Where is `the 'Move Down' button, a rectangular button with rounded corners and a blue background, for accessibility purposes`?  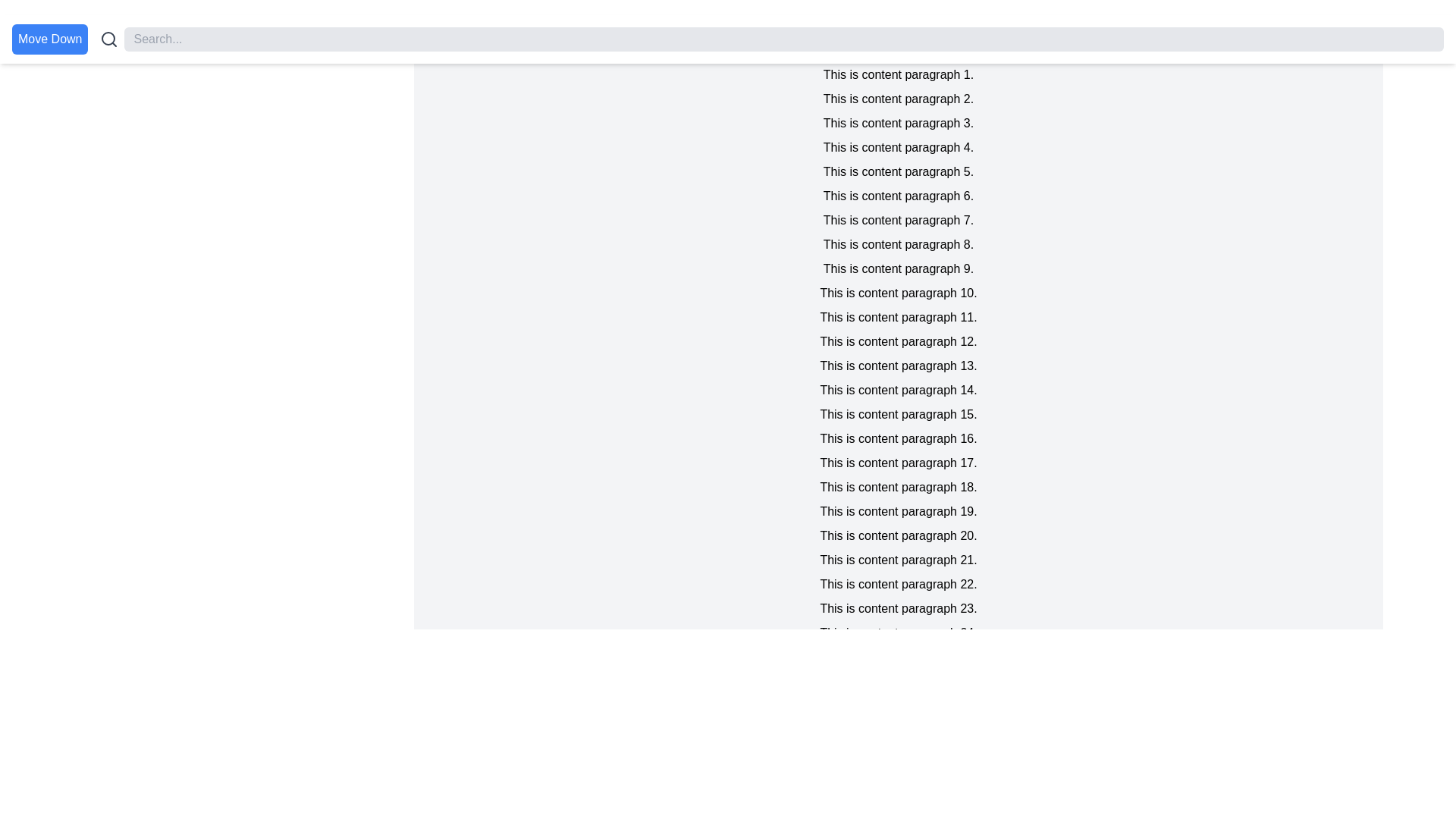 the 'Move Down' button, a rectangular button with rounded corners and a blue background, for accessibility purposes is located at coordinates (50, 38).